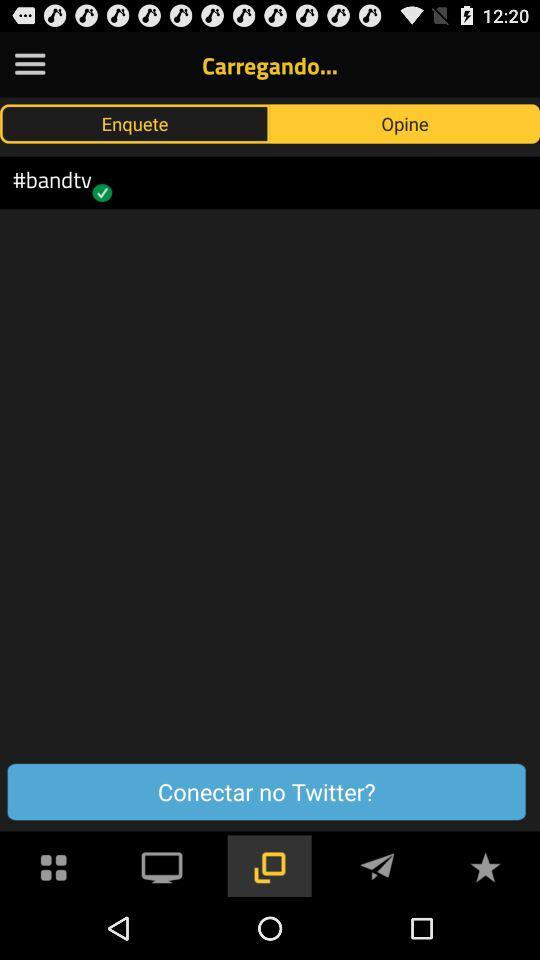 Image resolution: width=540 pixels, height=960 pixels. I want to click on drop down menu, so click(29, 64).